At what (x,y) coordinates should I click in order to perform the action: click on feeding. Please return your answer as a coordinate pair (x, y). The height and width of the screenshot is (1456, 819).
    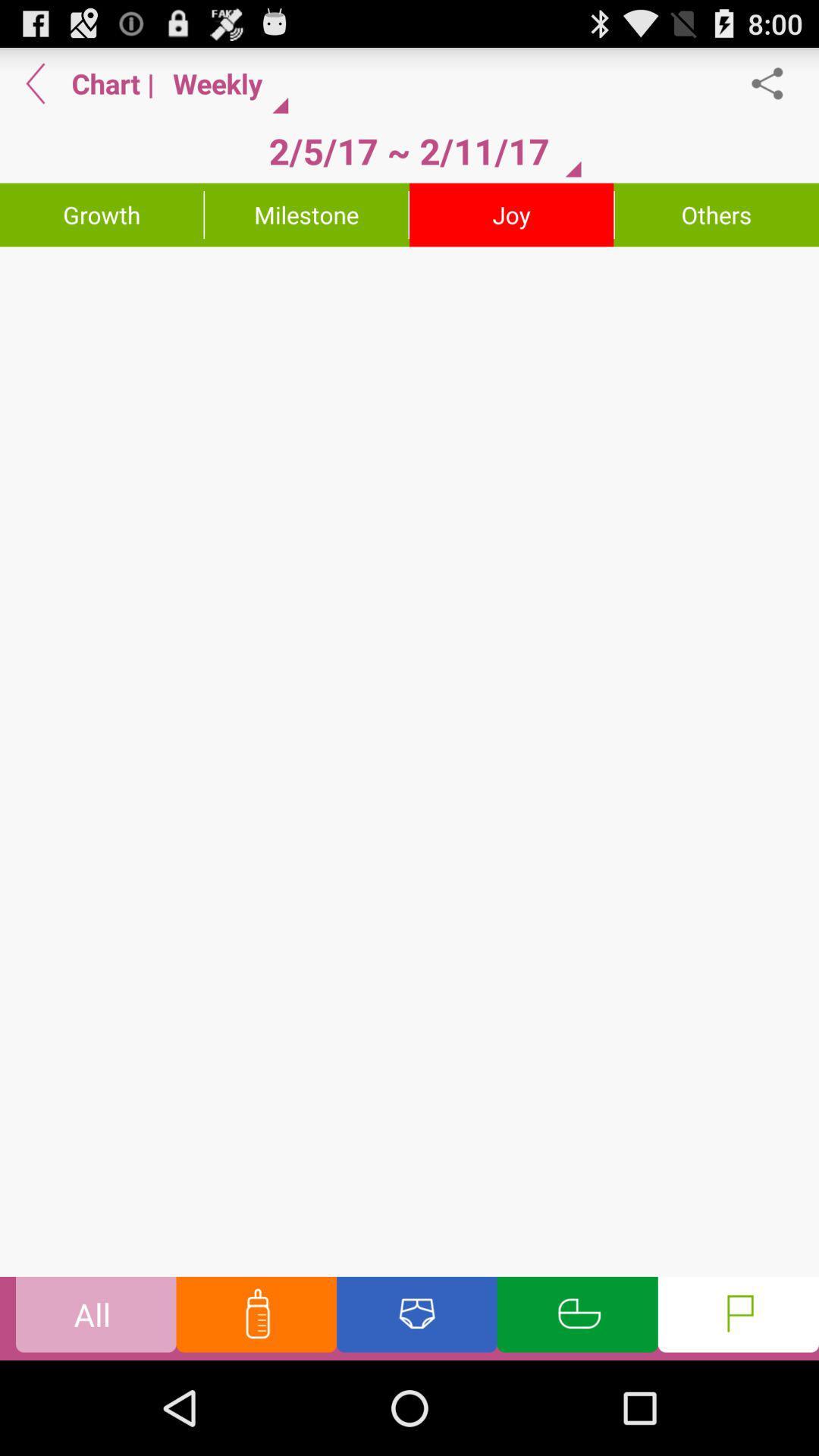
    Looking at the image, I should click on (256, 1317).